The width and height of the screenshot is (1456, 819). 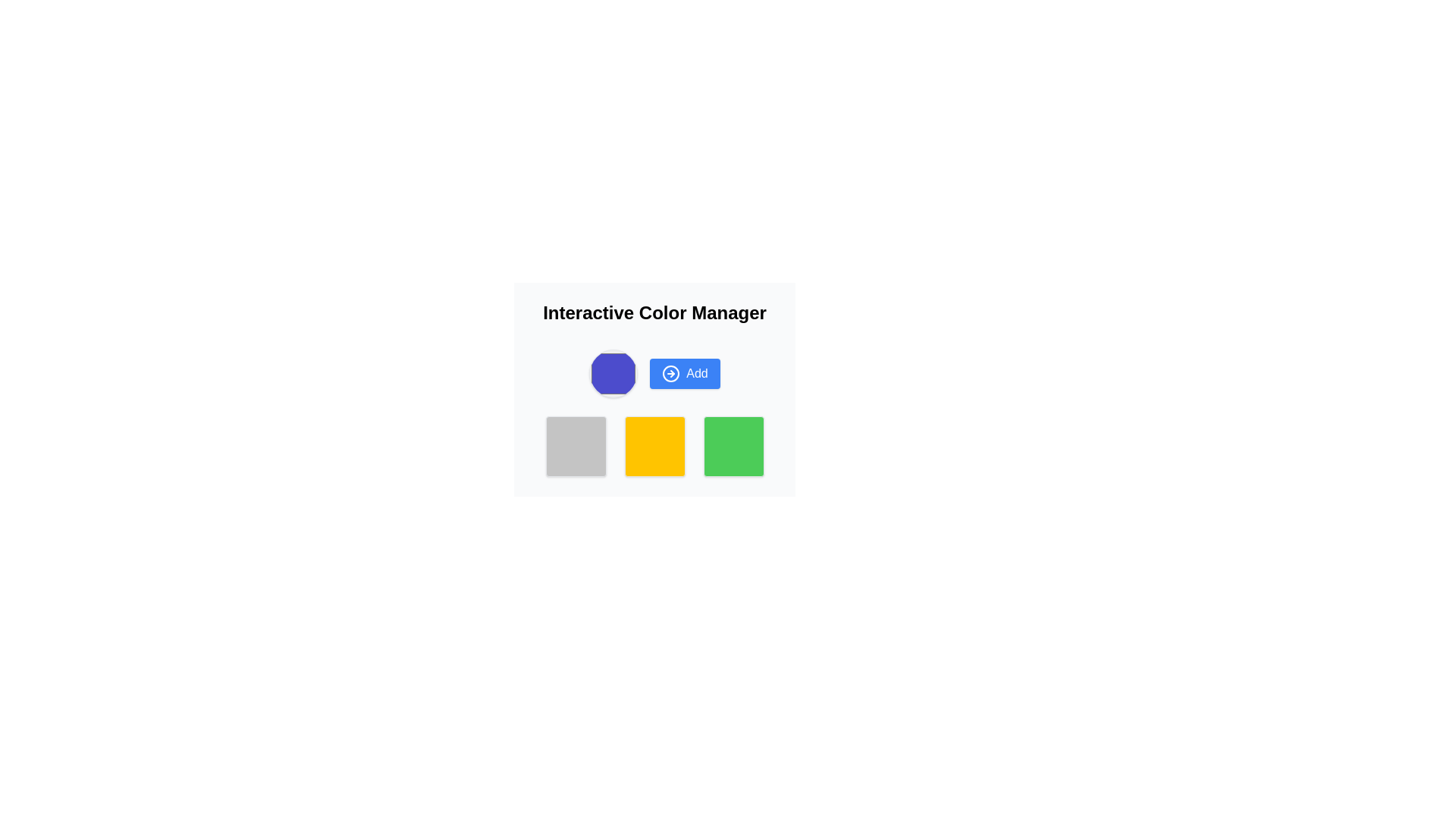 I want to click on the decorative SVG circle element that is part of a right-pointing arrow icon, located within a button on the right side of the interface, next to a blue octagon-shaped button, so click(x=670, y=374).